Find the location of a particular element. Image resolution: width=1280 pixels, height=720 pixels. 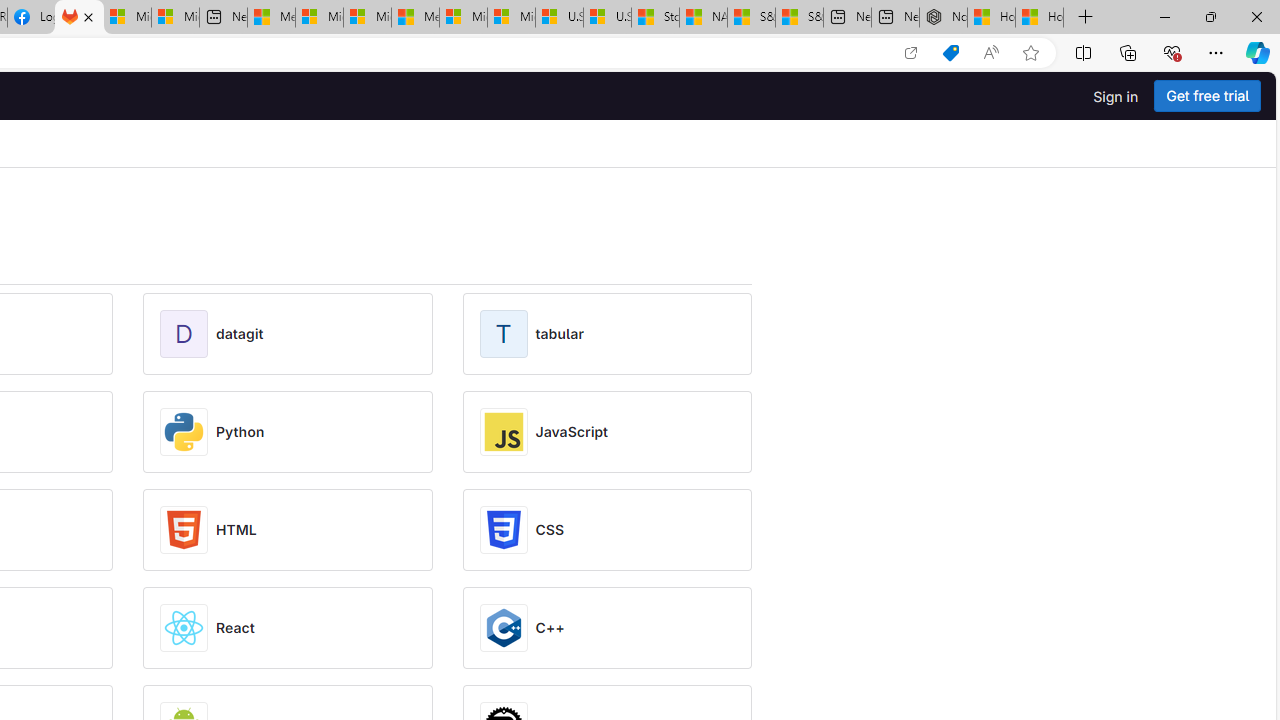

'Python' is located at coordinates (240, 431).